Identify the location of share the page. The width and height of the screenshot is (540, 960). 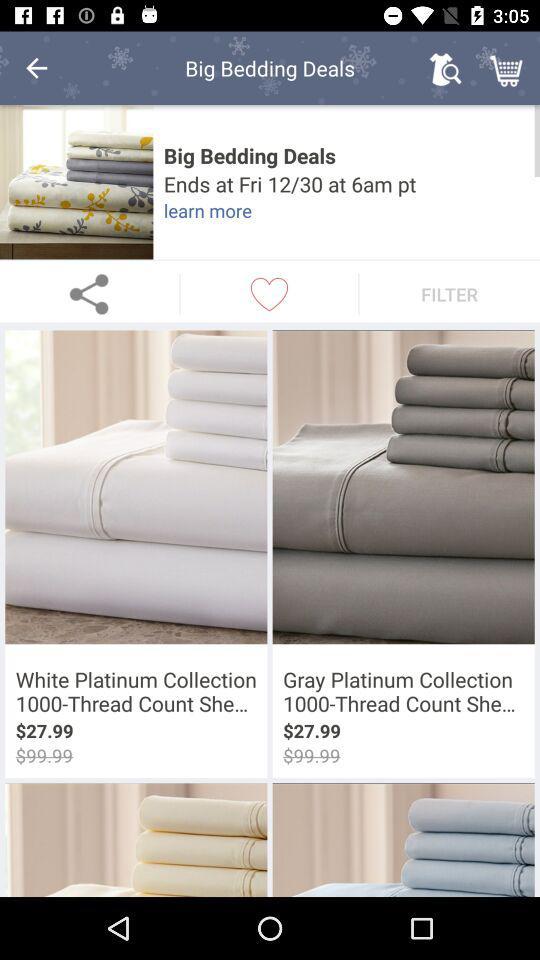
(88, 293).